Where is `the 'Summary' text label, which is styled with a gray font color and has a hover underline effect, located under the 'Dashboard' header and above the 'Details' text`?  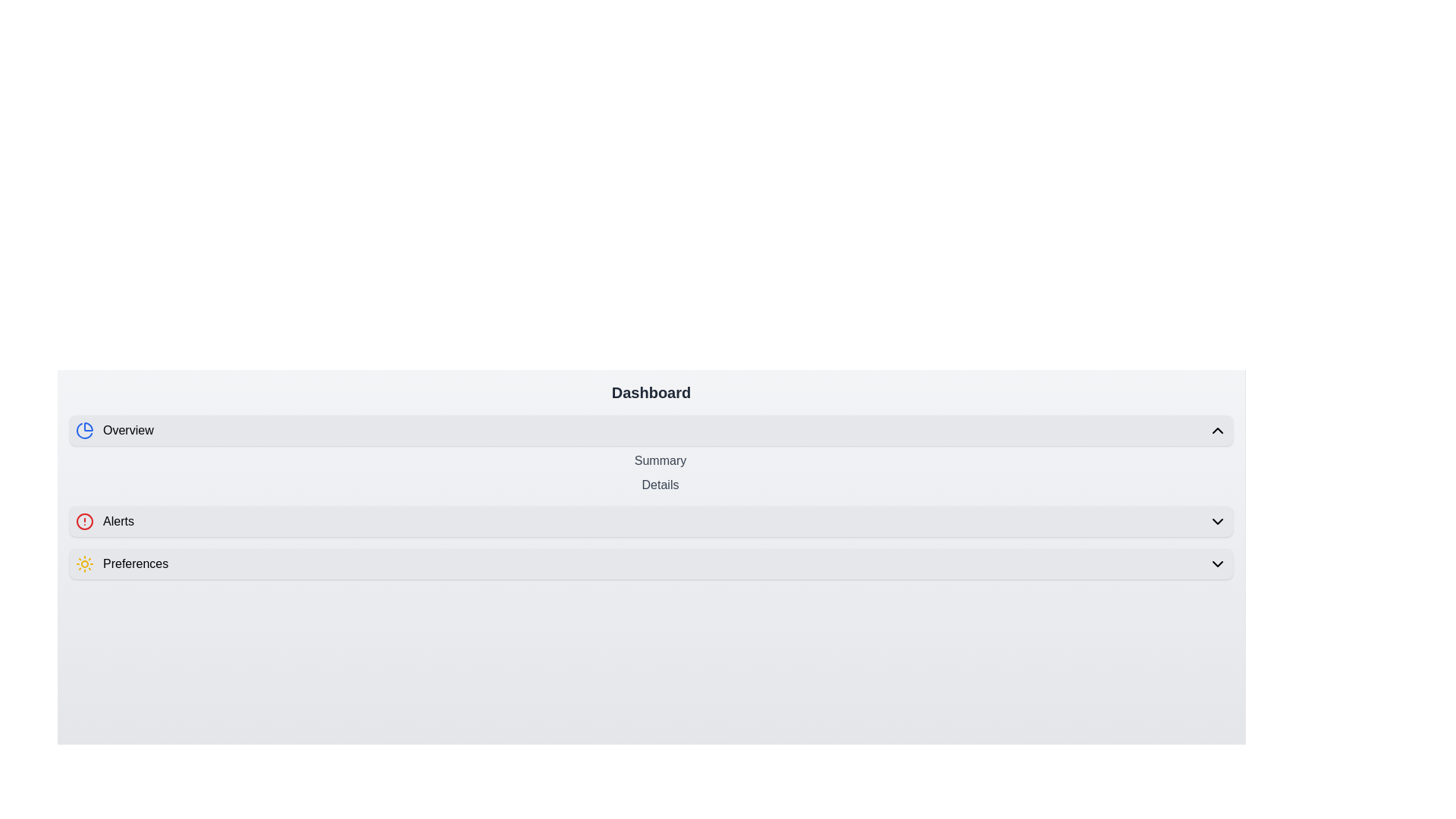 the 'Summary' text label, which is styled with a gray font color and has a hover underline effect, located under the 'Dashboard' header and above the 'Details' text is located at coordinates (660, 460).